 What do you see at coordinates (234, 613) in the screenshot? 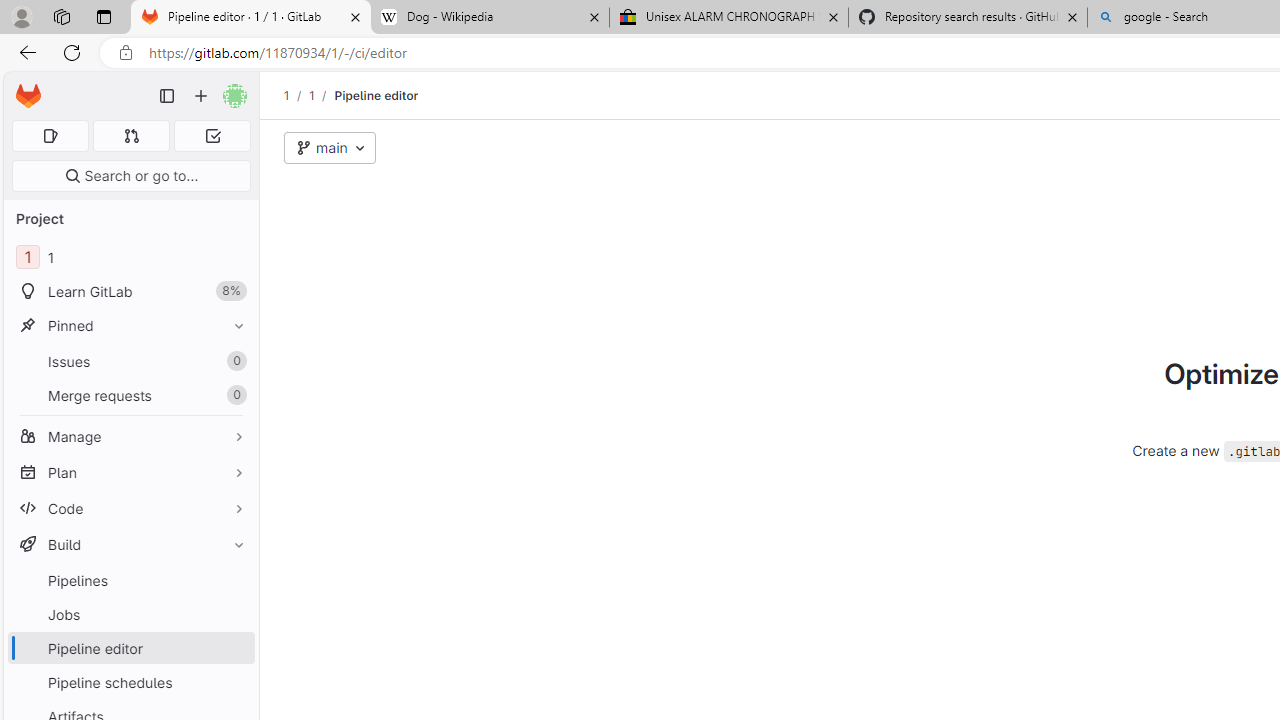
I see `'Pin Jobs'` at bounding box center [234, 613].